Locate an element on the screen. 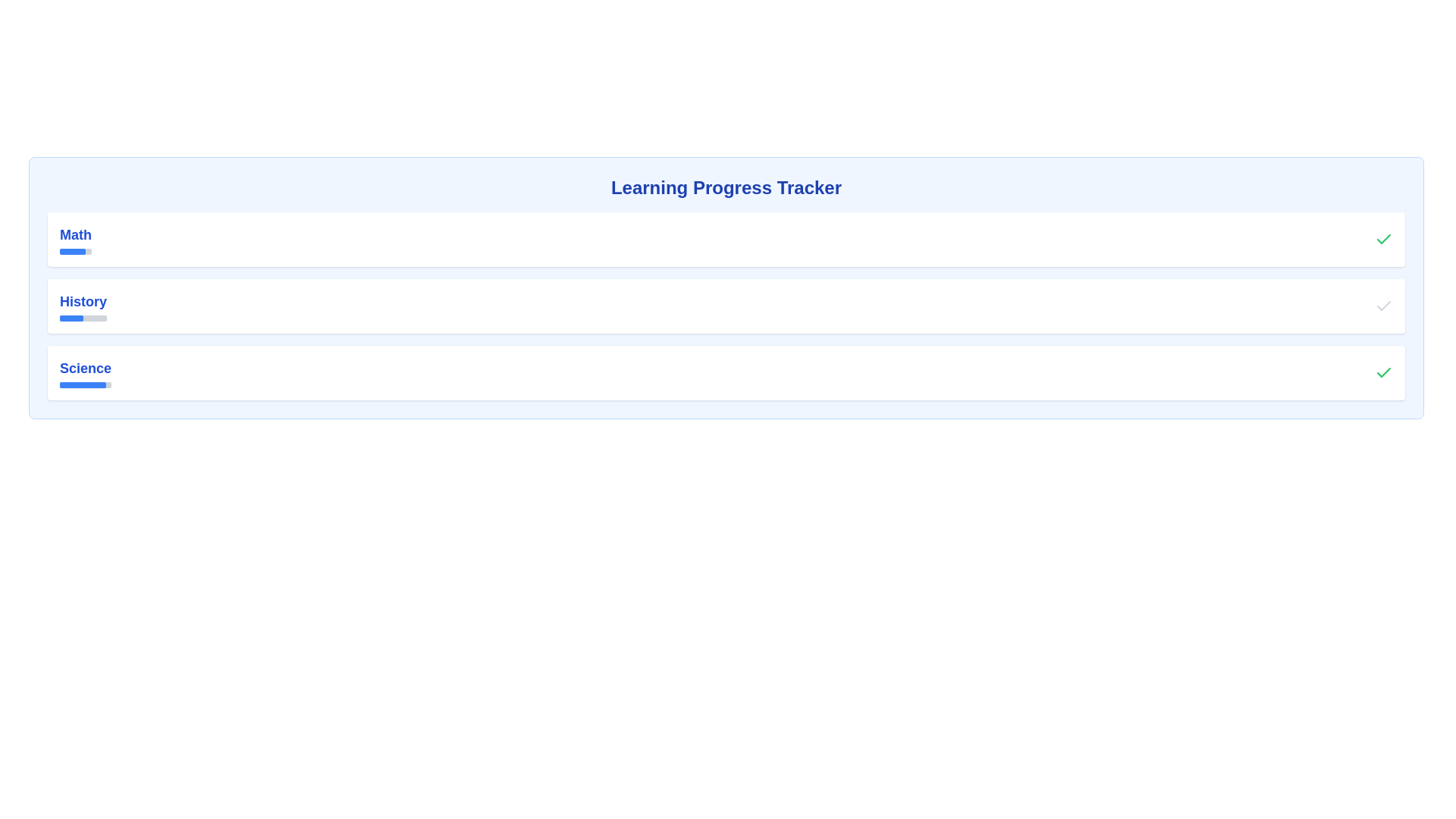  the Progress bar associated with the label 'Science', which is a horizontal bar with a gray background and a blue segment representing 90% completion is located at coordinates (85, 384).